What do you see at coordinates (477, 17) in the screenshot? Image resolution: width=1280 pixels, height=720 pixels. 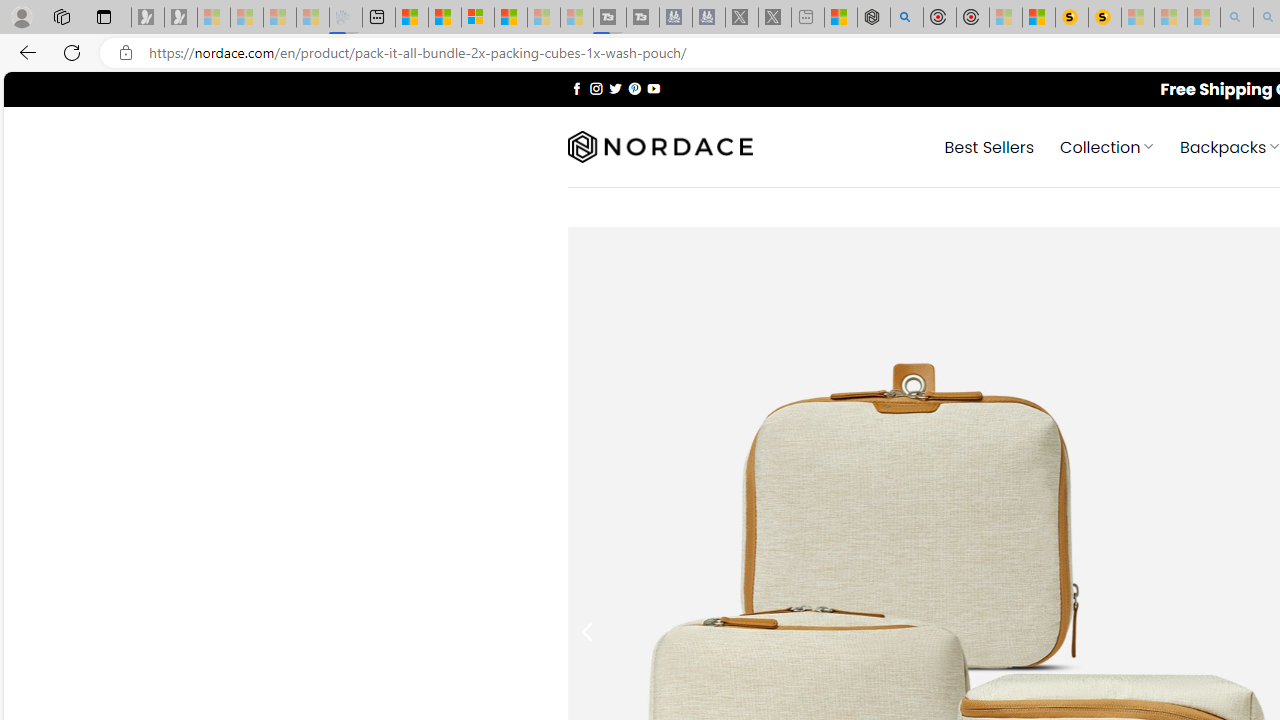 I see `'Overview'` at bounding box center [477, 17].